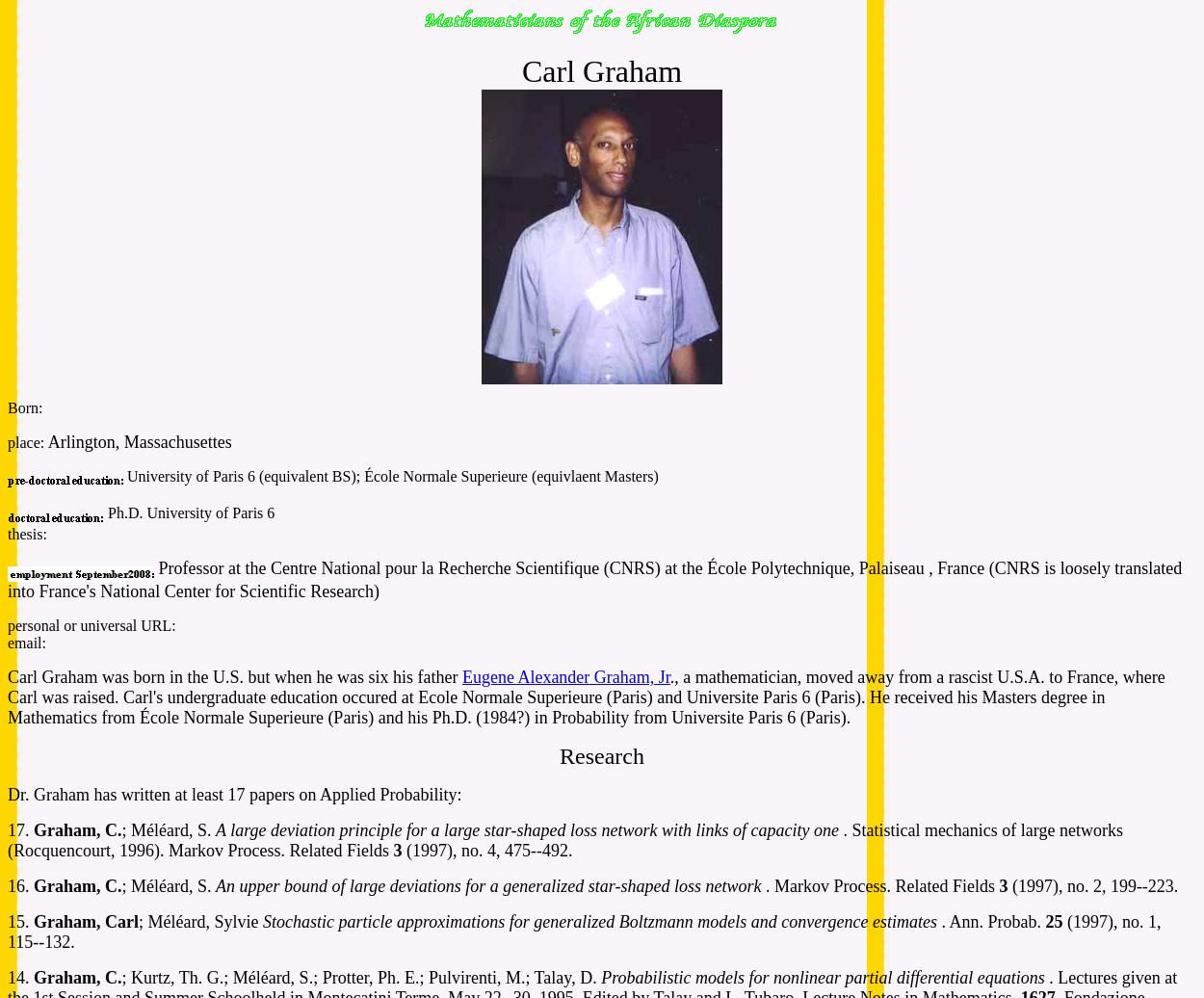 The image size is (1204, 998). I want to click on 'An upper bound of large deviations for a generalized star-shaped
loss network', so click(214, 885).